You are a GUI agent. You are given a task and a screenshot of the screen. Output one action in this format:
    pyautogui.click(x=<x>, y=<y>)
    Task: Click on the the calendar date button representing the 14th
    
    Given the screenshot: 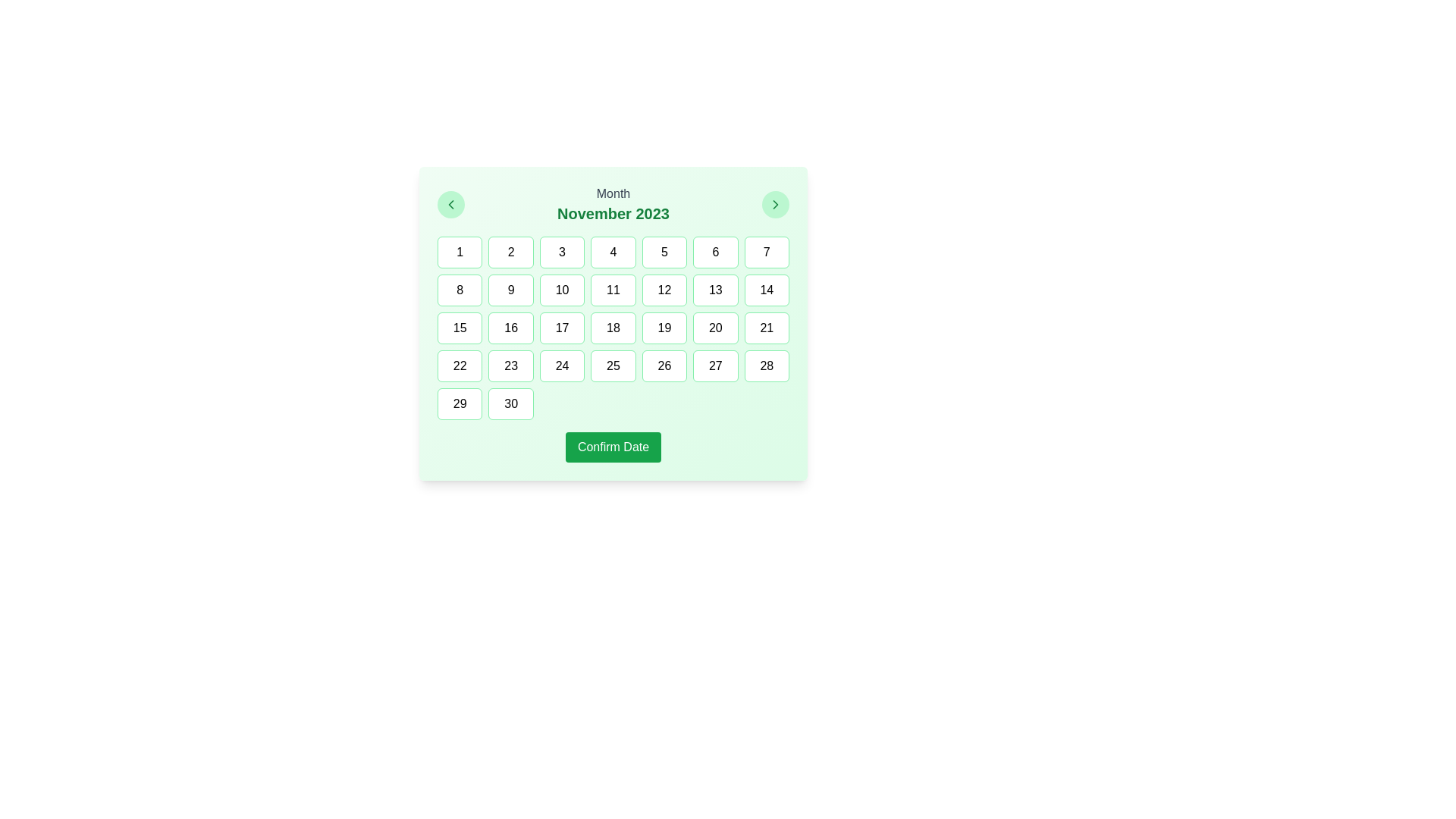 What is the action you would take?
    pyautogui.click(x=767, y=290)
    